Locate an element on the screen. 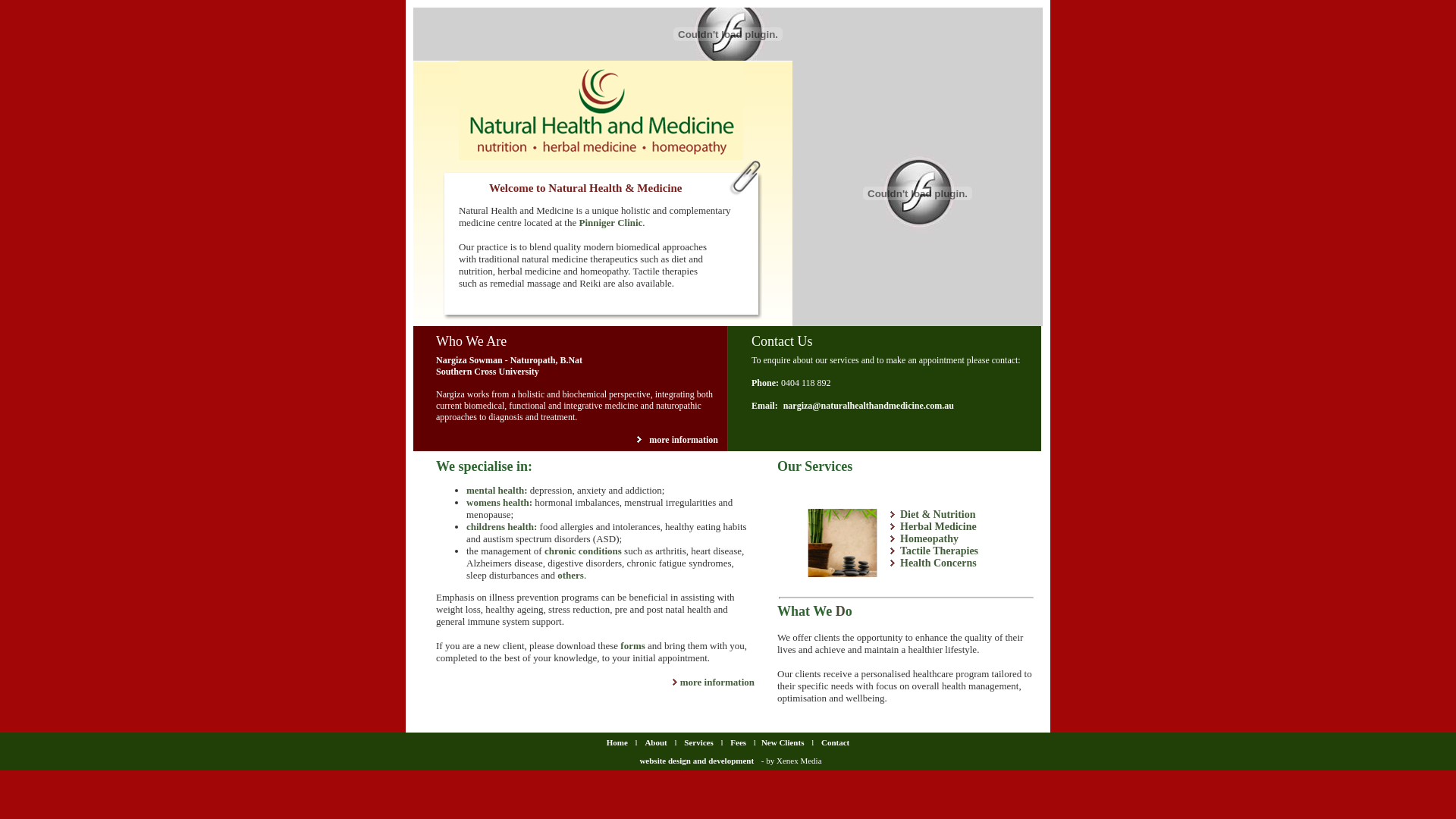  'Contact' is located at coordinates (834, 742).